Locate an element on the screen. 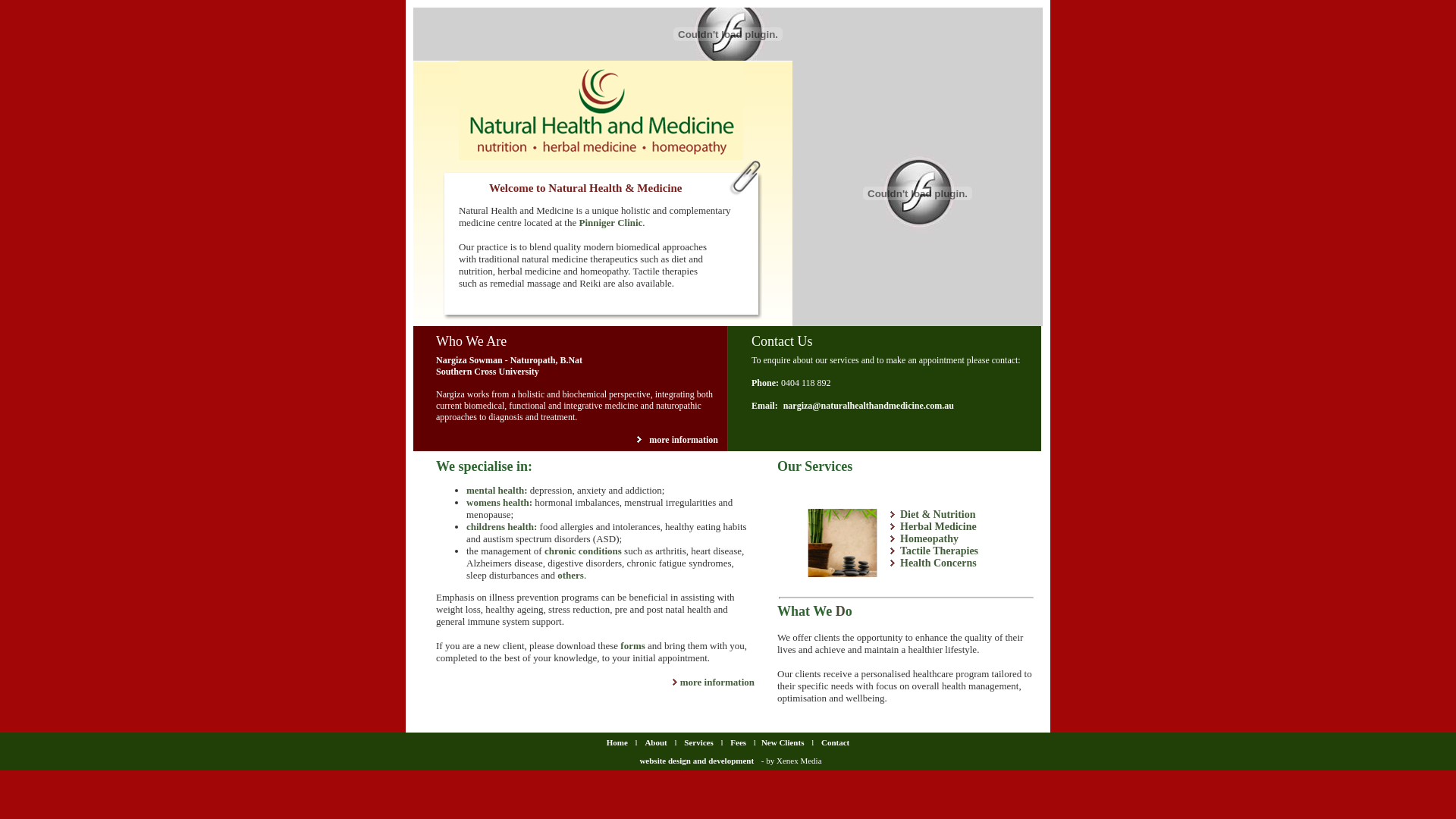  'Contact' is located at coordinates (834, 742).